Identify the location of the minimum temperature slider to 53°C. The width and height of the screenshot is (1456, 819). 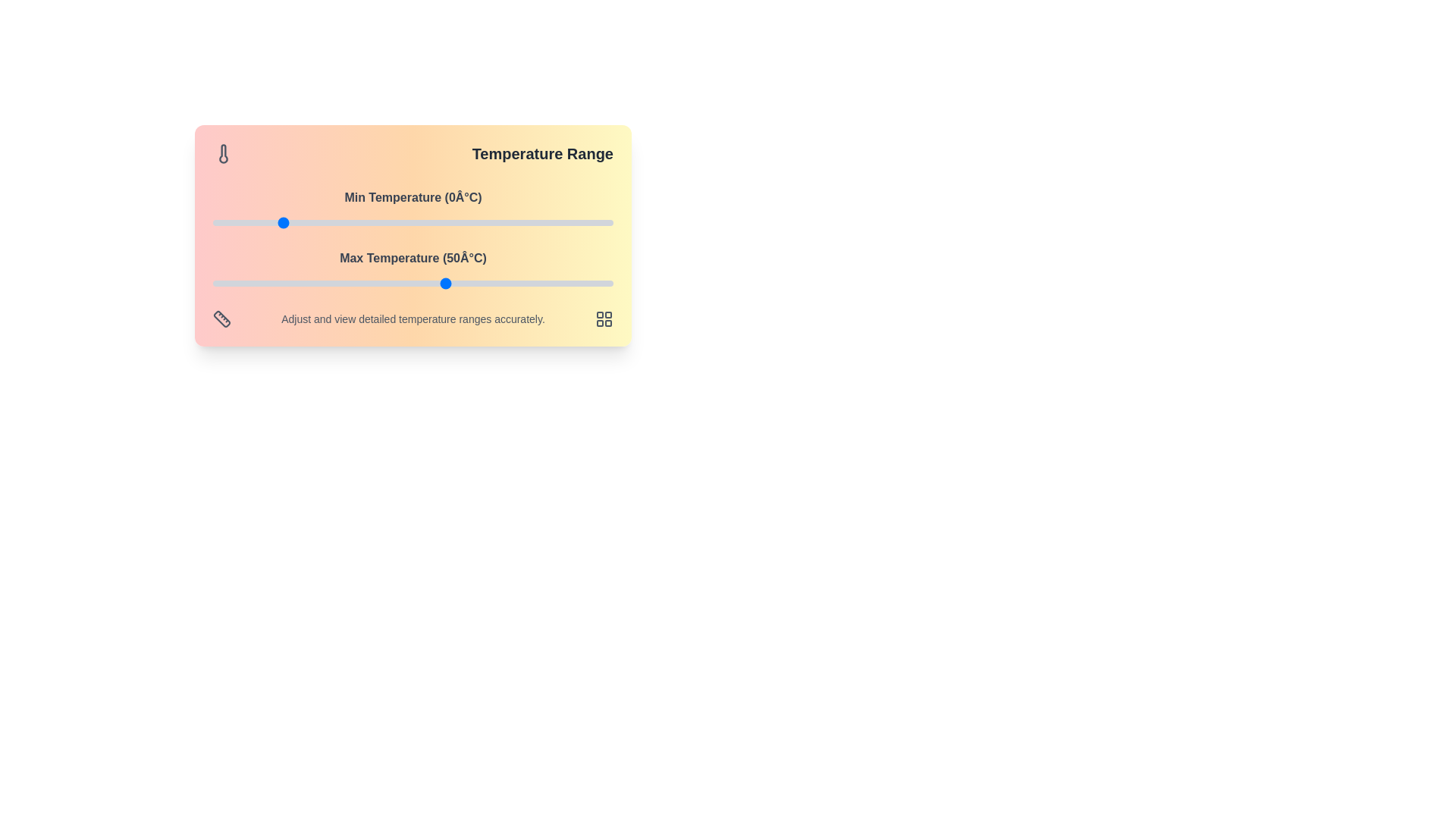
(456, 222).